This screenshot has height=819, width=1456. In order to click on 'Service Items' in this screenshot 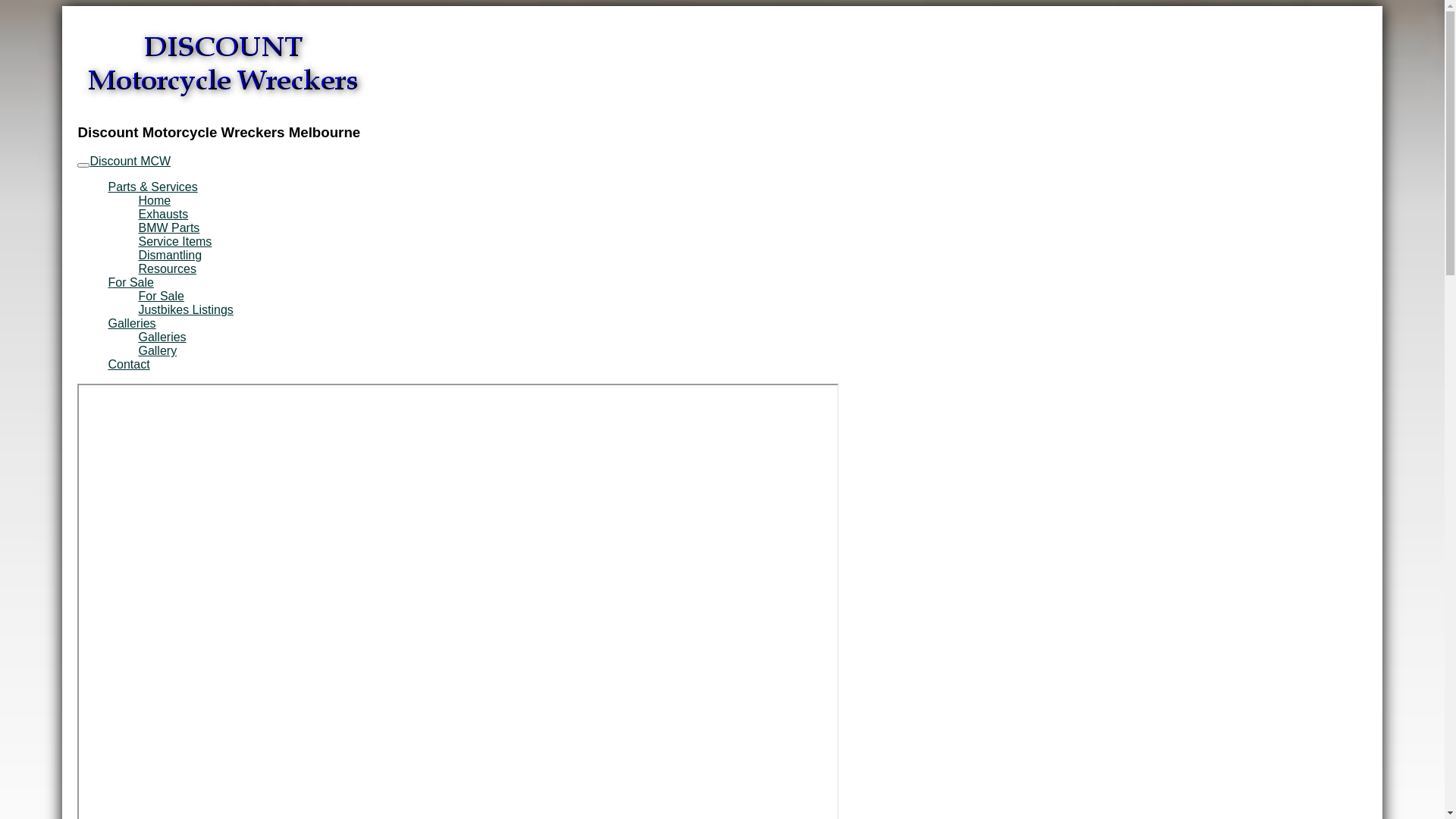, I will do `click(138, 240)`.